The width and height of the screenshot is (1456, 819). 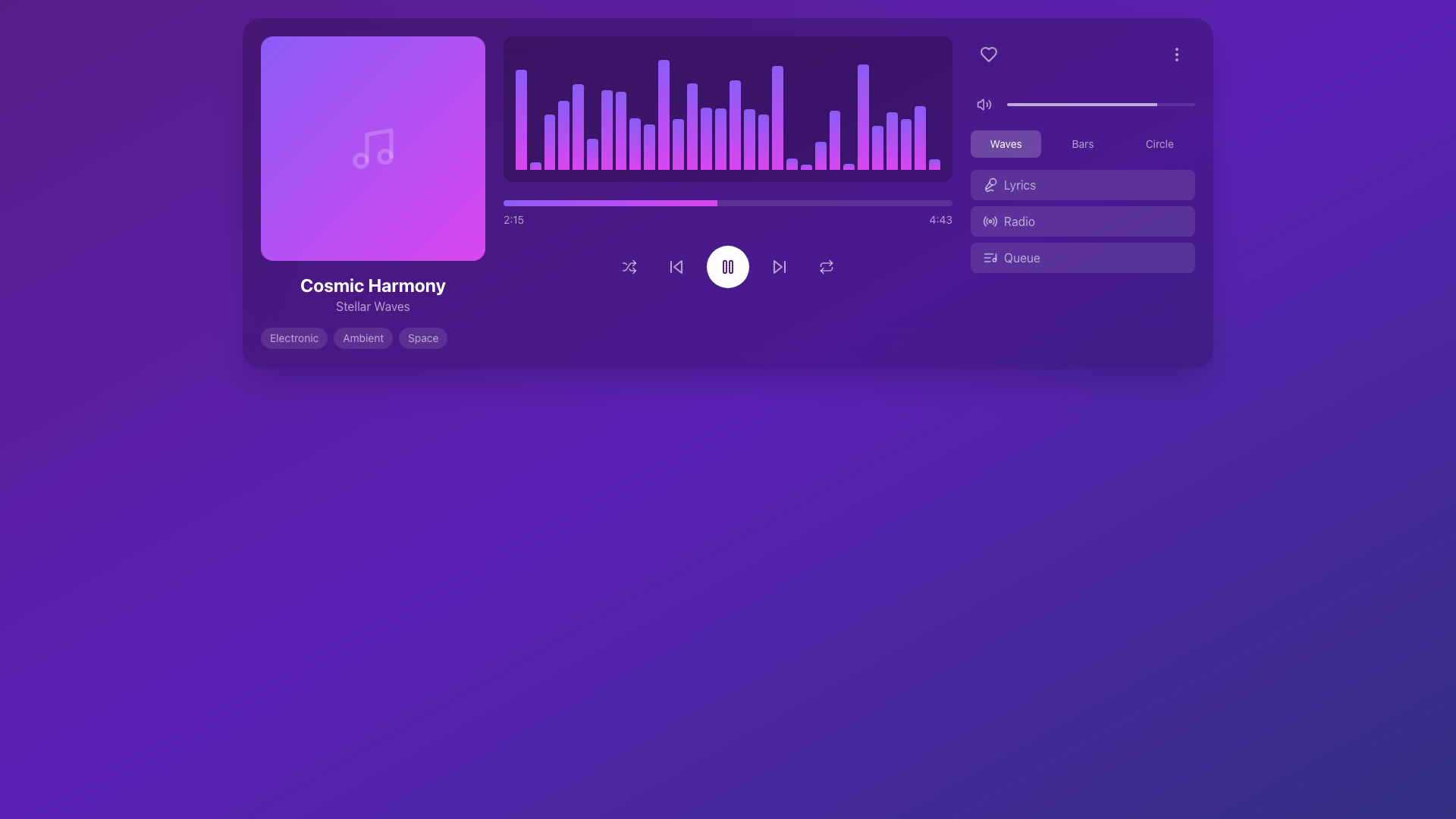 I want to click on the text displayed on the rounded rectangular label with the text 'Ambient', which is styled with a muted white color on a light purple background, located between the 'Electronic' and 'Space' tags, so click(x=362, y=337).